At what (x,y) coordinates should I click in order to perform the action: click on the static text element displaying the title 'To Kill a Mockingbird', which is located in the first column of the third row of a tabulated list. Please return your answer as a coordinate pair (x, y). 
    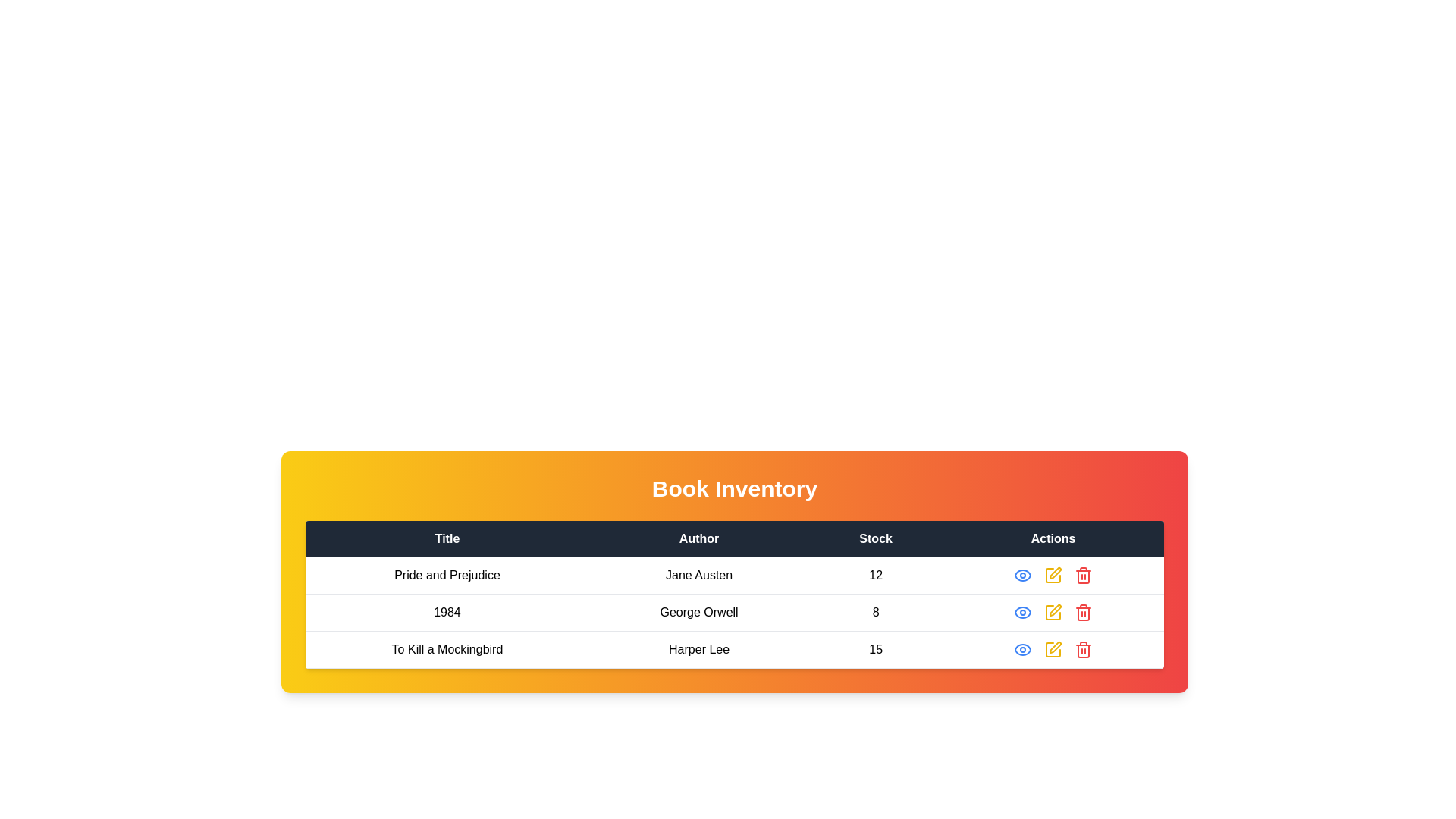
    Looking at the image, I should click on (447, 648).